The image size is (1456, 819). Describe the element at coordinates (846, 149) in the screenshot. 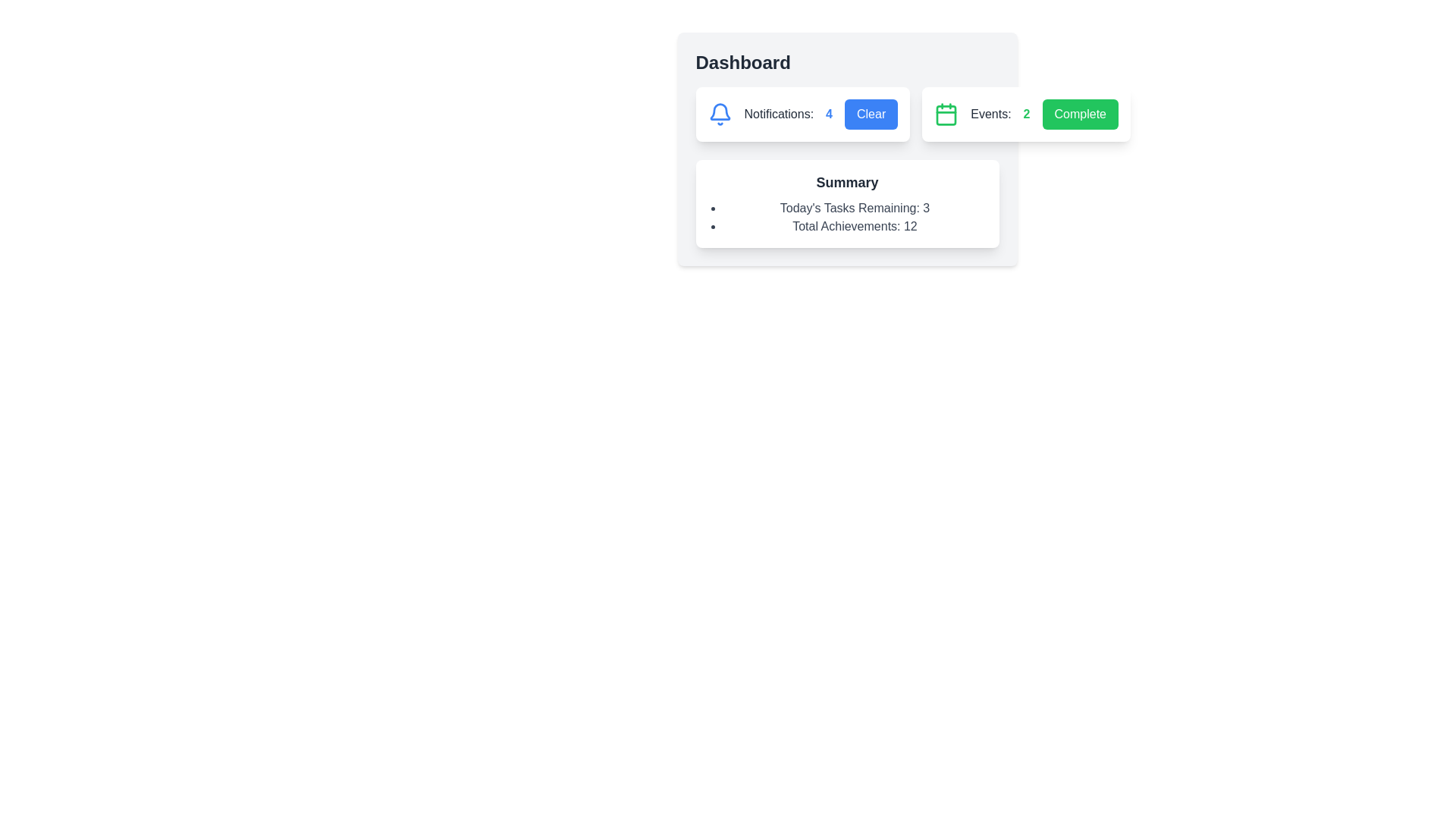

I see `the Dashboard Panel which displays notification count, event count, and a summary of tasks remaining and achievements` at that location.